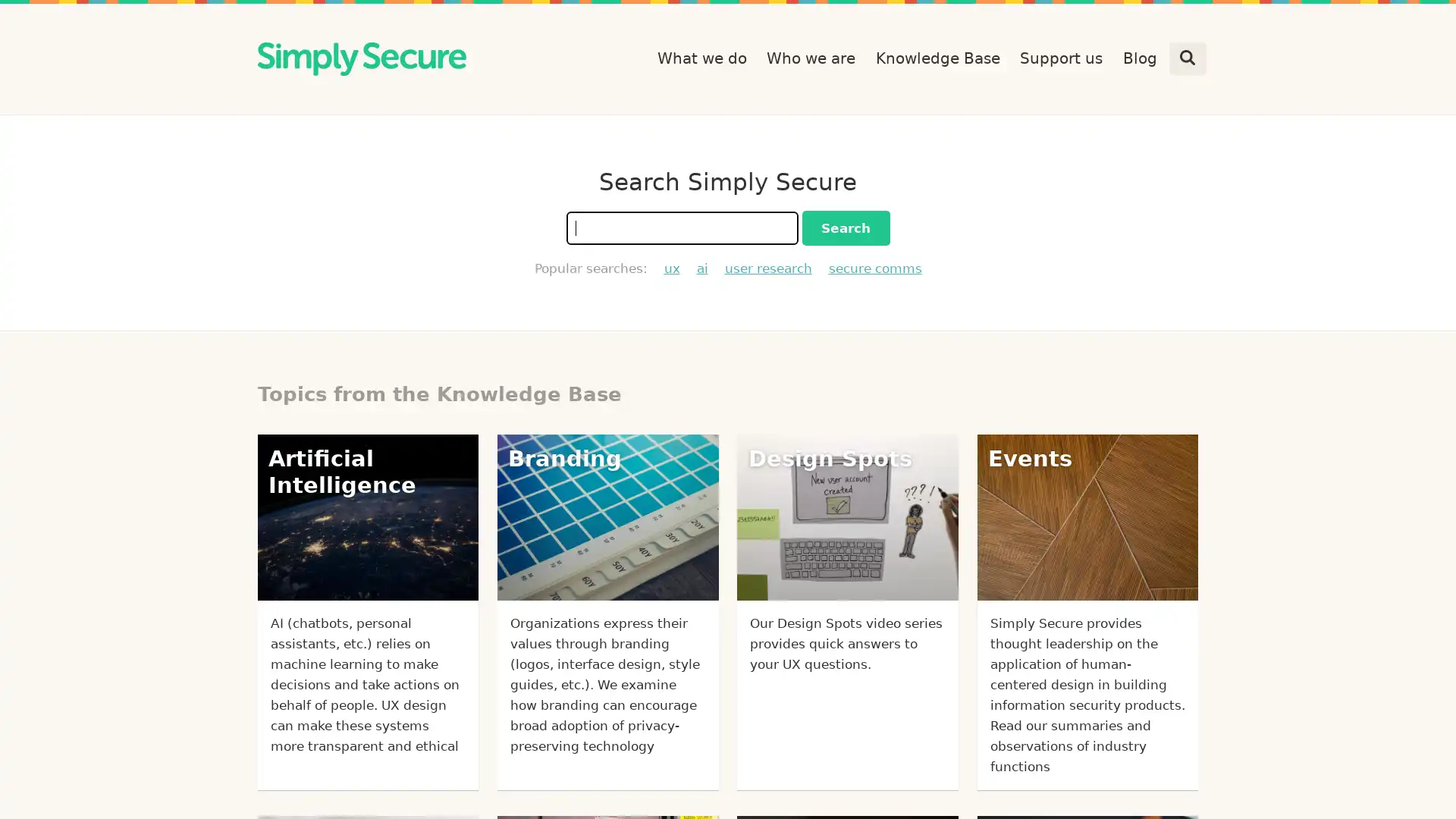  What do you see at coordinates (844, 227) in the screenshot?
I see `Search` at bounding box center [844, 227].